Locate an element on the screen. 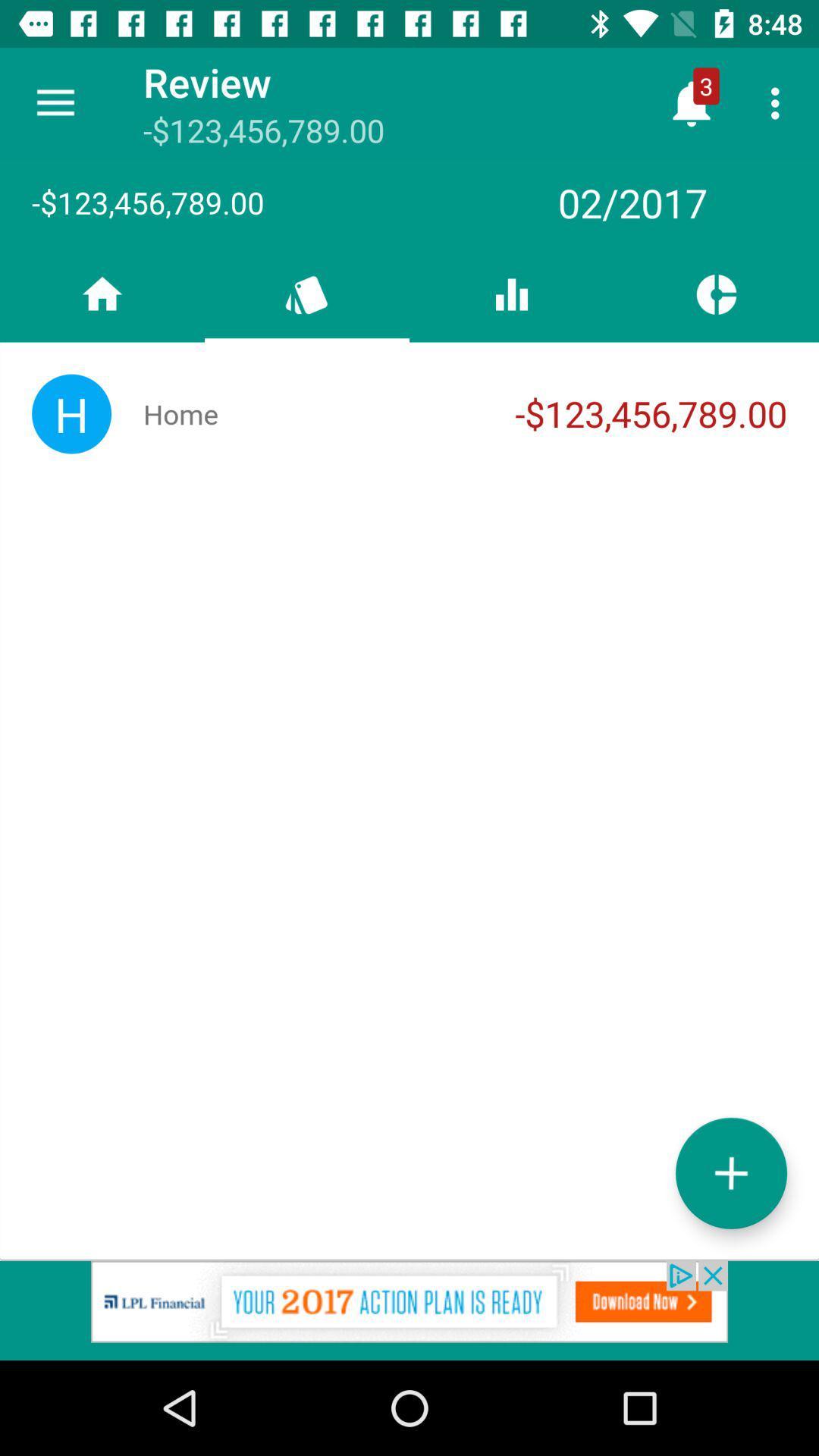  more is located at coordinates (730, 1172).